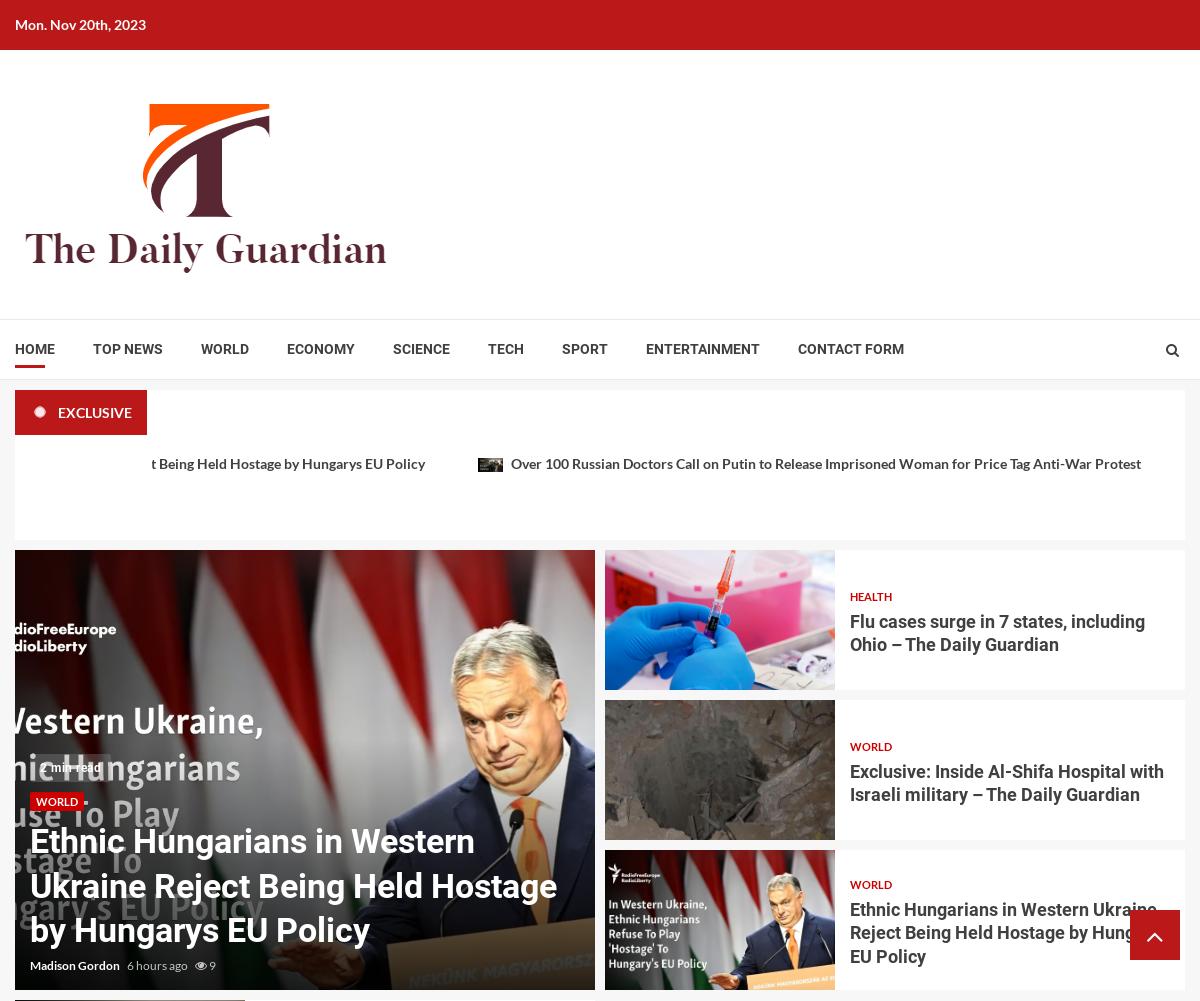 Image resolution: width=1200 pixels, height=1001 pixels. What do you see at coordinates (711, 964) in the screenshot?
I see `'14 hours ago'` at bounding box center [711, 964].